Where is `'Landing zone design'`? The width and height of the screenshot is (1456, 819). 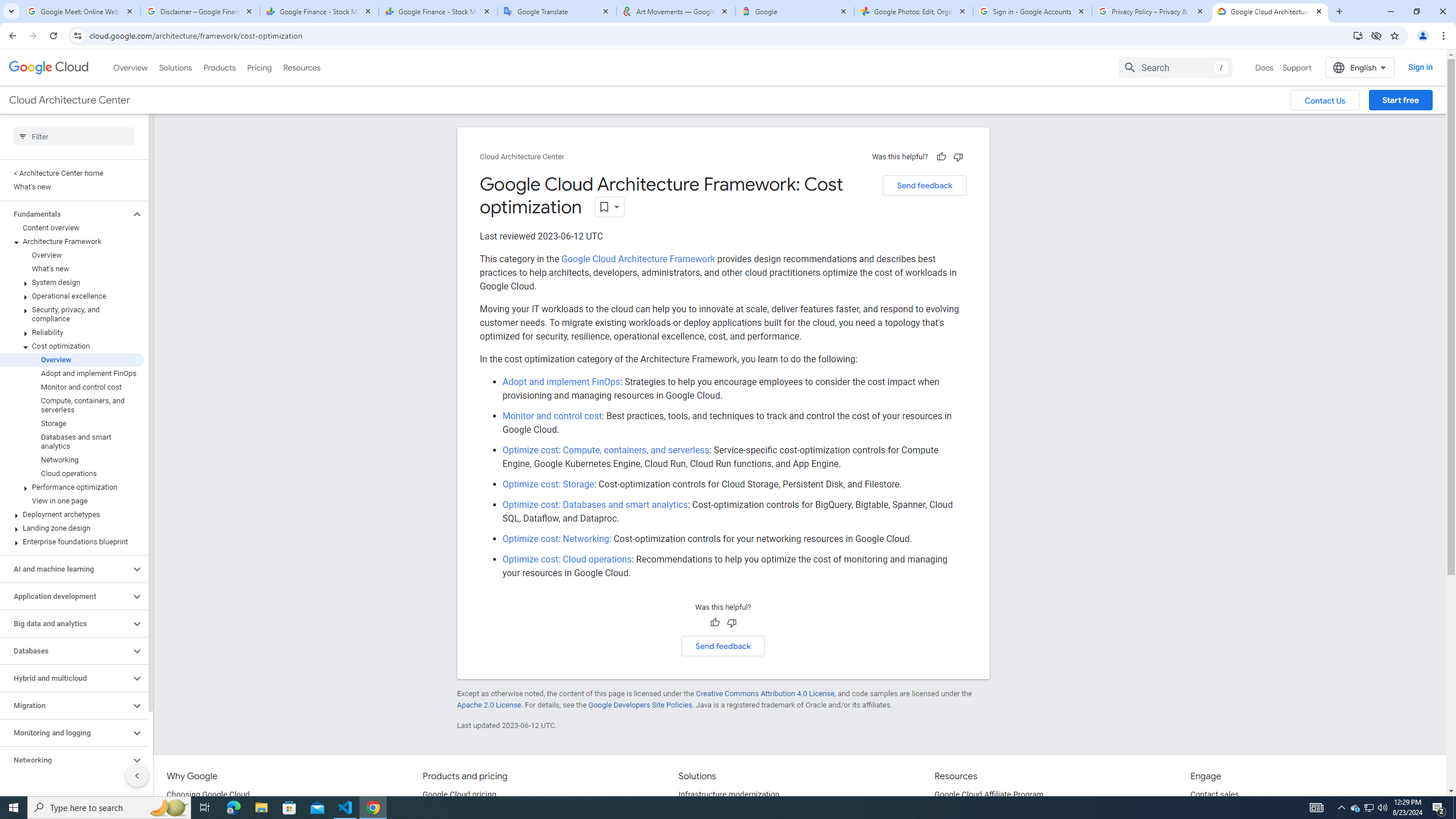
'Landing zone design' is located at coordinates (72, 527).